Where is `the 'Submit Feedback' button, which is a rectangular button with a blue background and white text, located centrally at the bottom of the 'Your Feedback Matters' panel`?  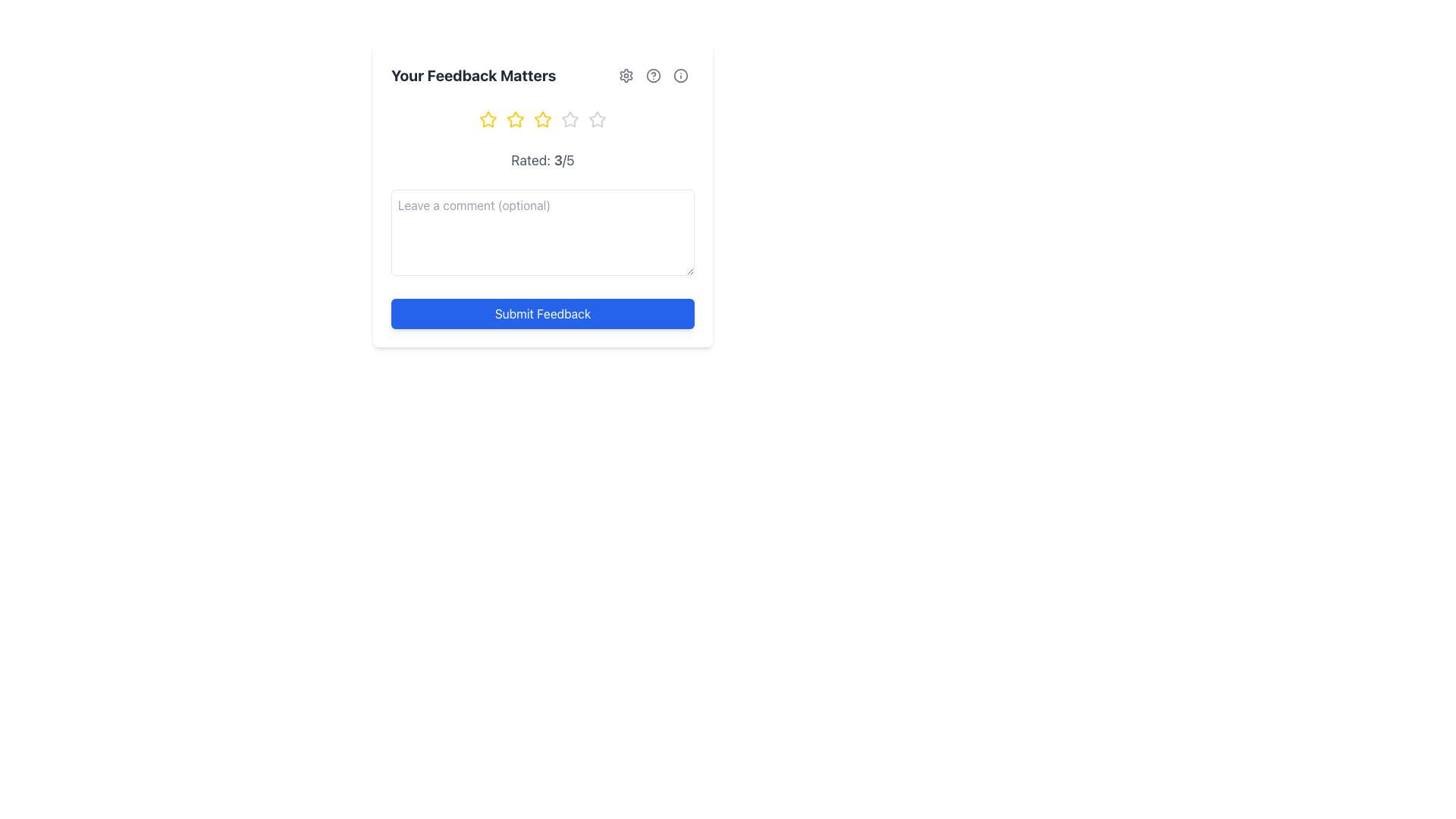 the 'Submit Feedback' button, which is a rectangular button with a blue background and white text, located centrally at the bottom of the 'Your Feedback Matters' panel is located at coordinates (542, 312).